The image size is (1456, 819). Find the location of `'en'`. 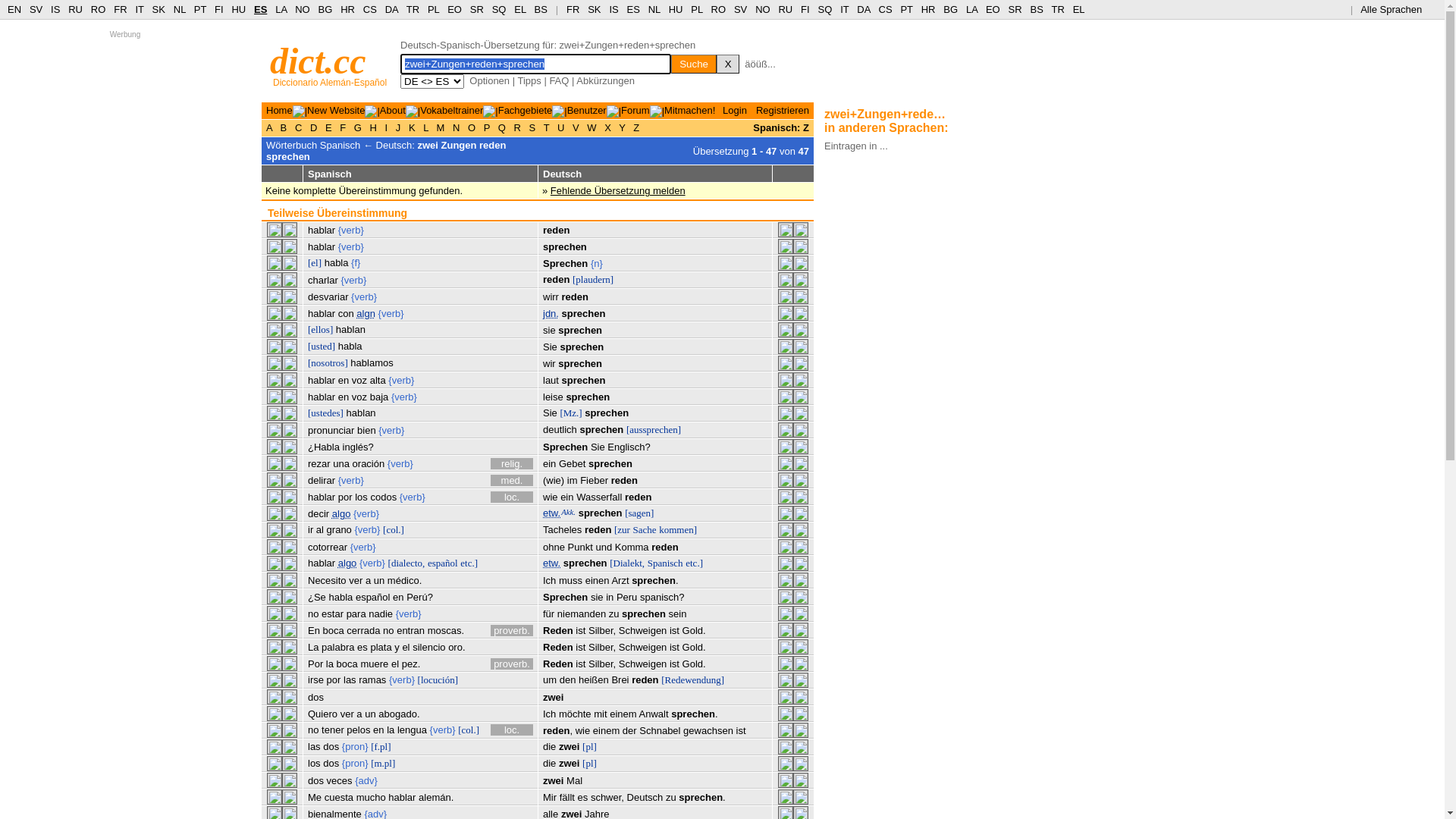

'en' is located at coordinates (342, 396).